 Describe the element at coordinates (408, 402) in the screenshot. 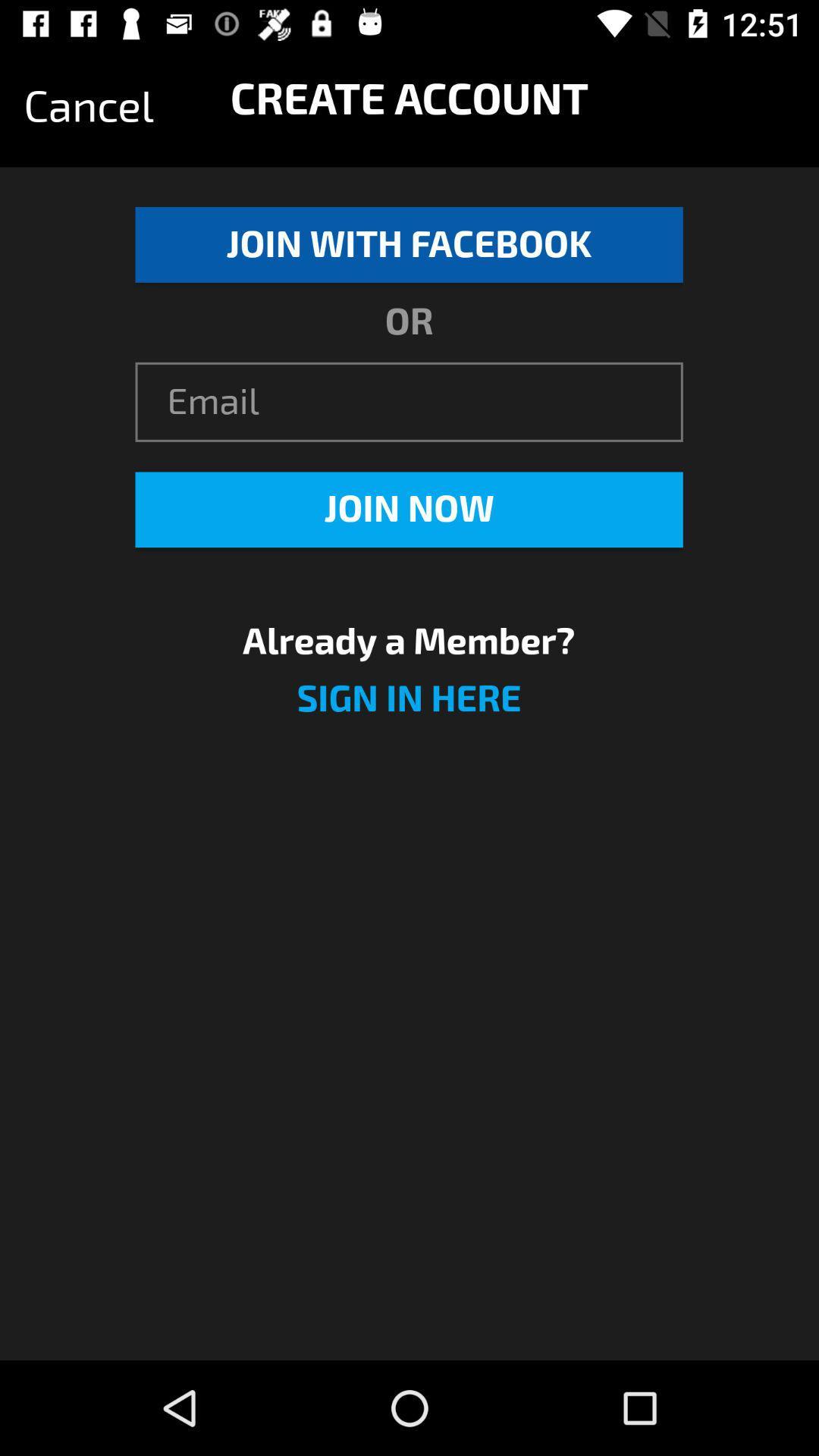

I see `the item below or` at that location.